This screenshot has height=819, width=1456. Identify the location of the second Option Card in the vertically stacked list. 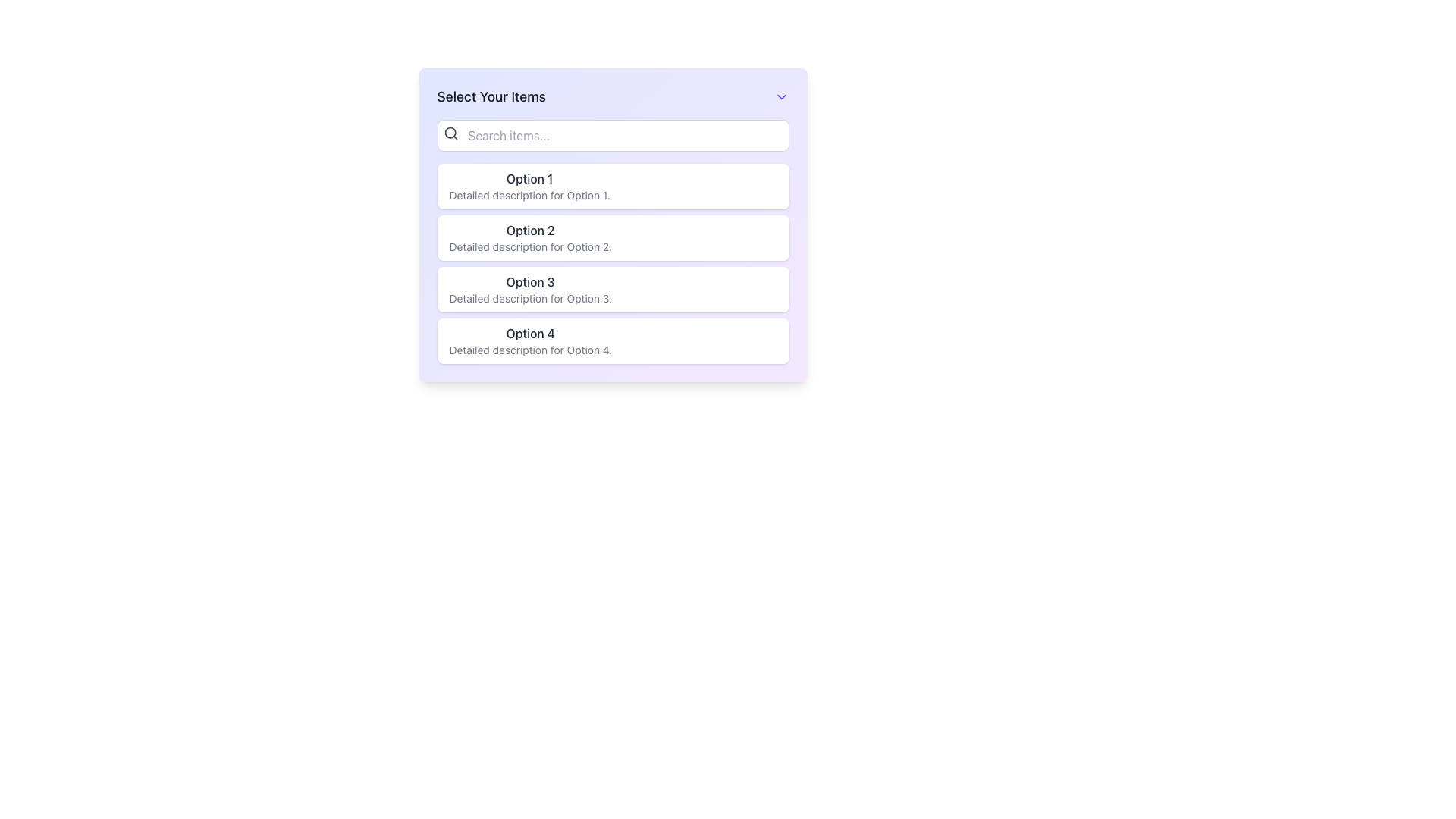
(613, 225).